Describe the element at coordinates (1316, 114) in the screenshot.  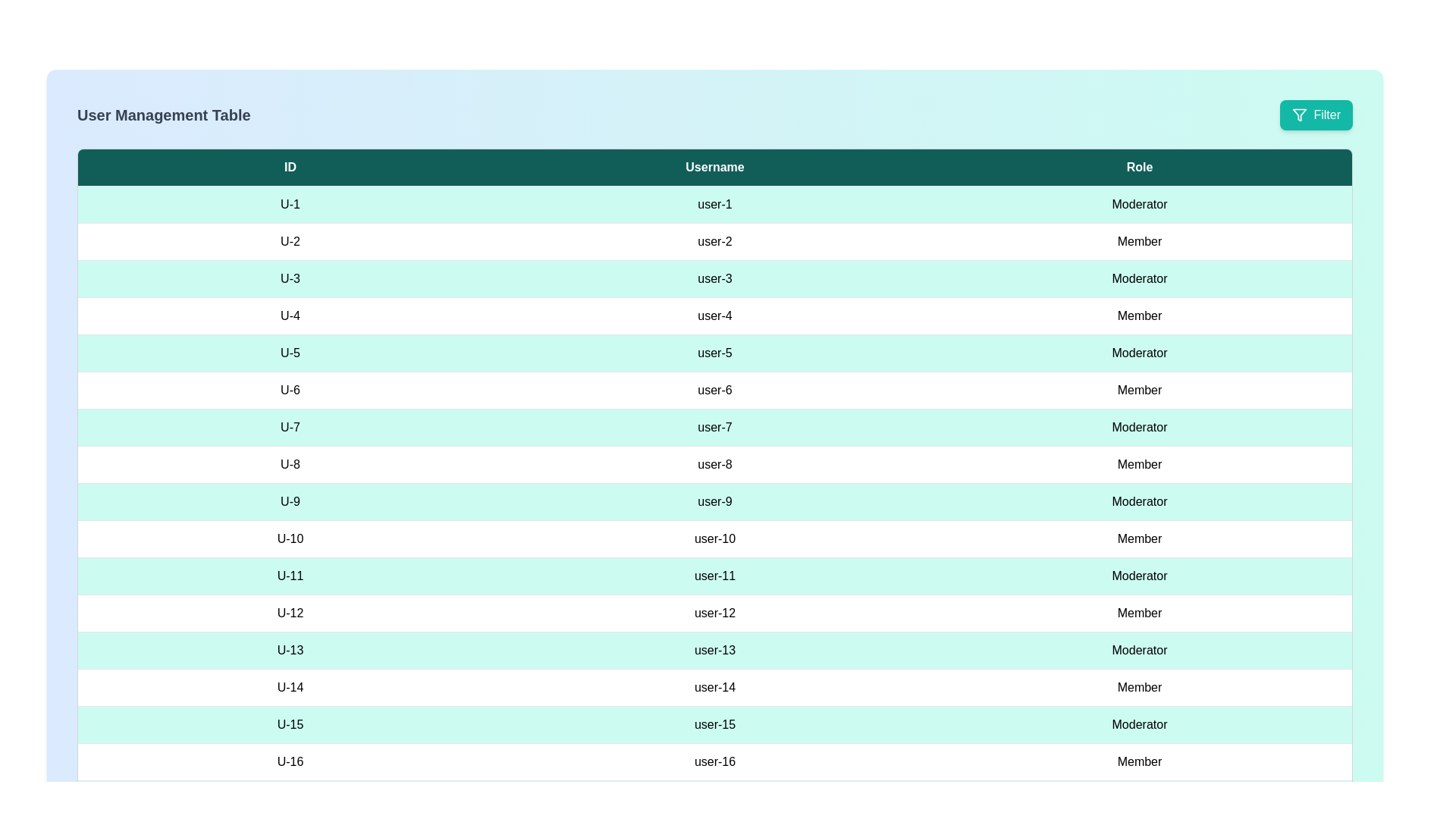
I see `'Filter' button to open the filtering interface` at that location.